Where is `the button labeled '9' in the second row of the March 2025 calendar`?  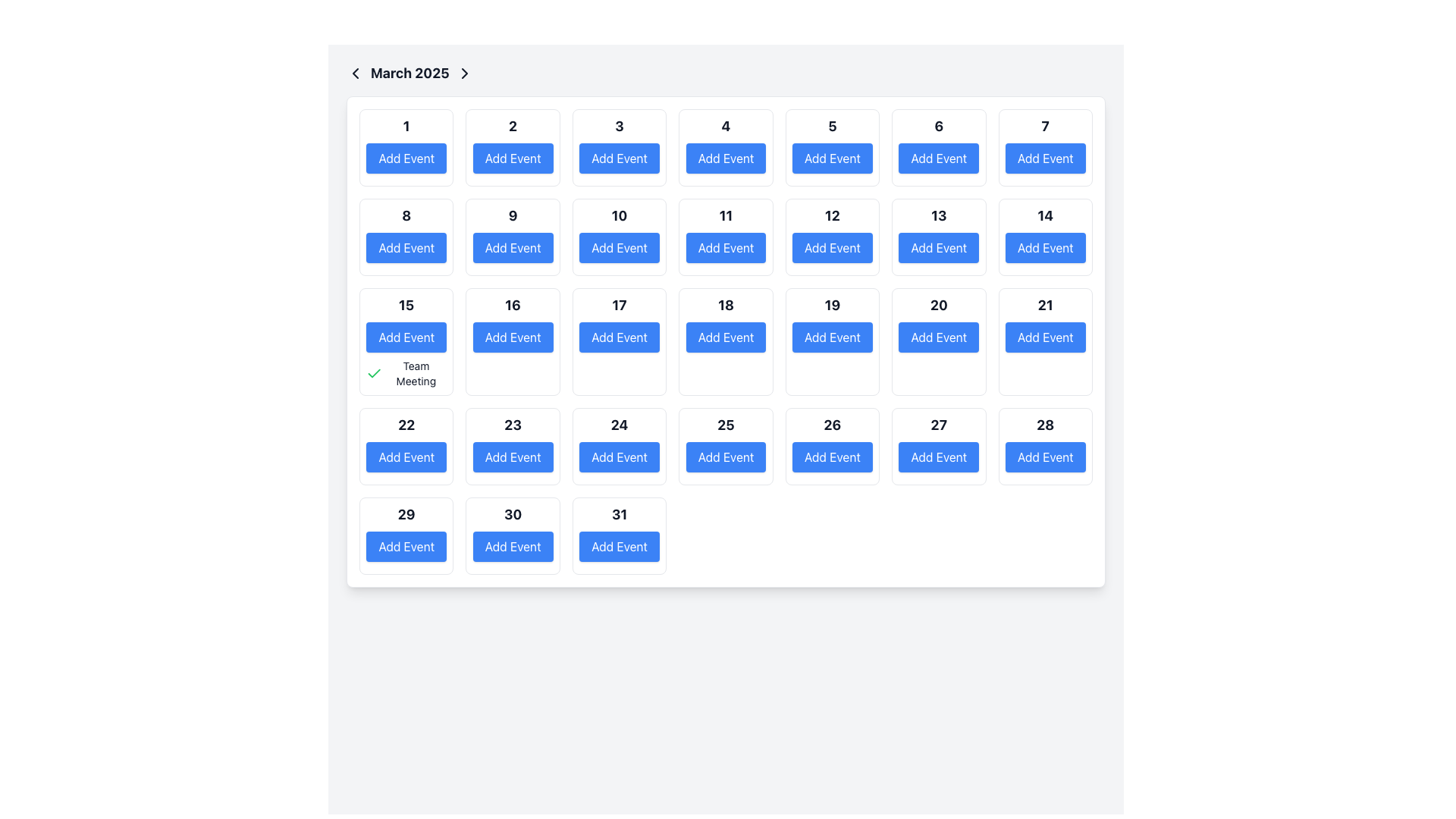 the button labeled '9' in the second row of the March 2025 calendar is located at coordinates (513, 237).